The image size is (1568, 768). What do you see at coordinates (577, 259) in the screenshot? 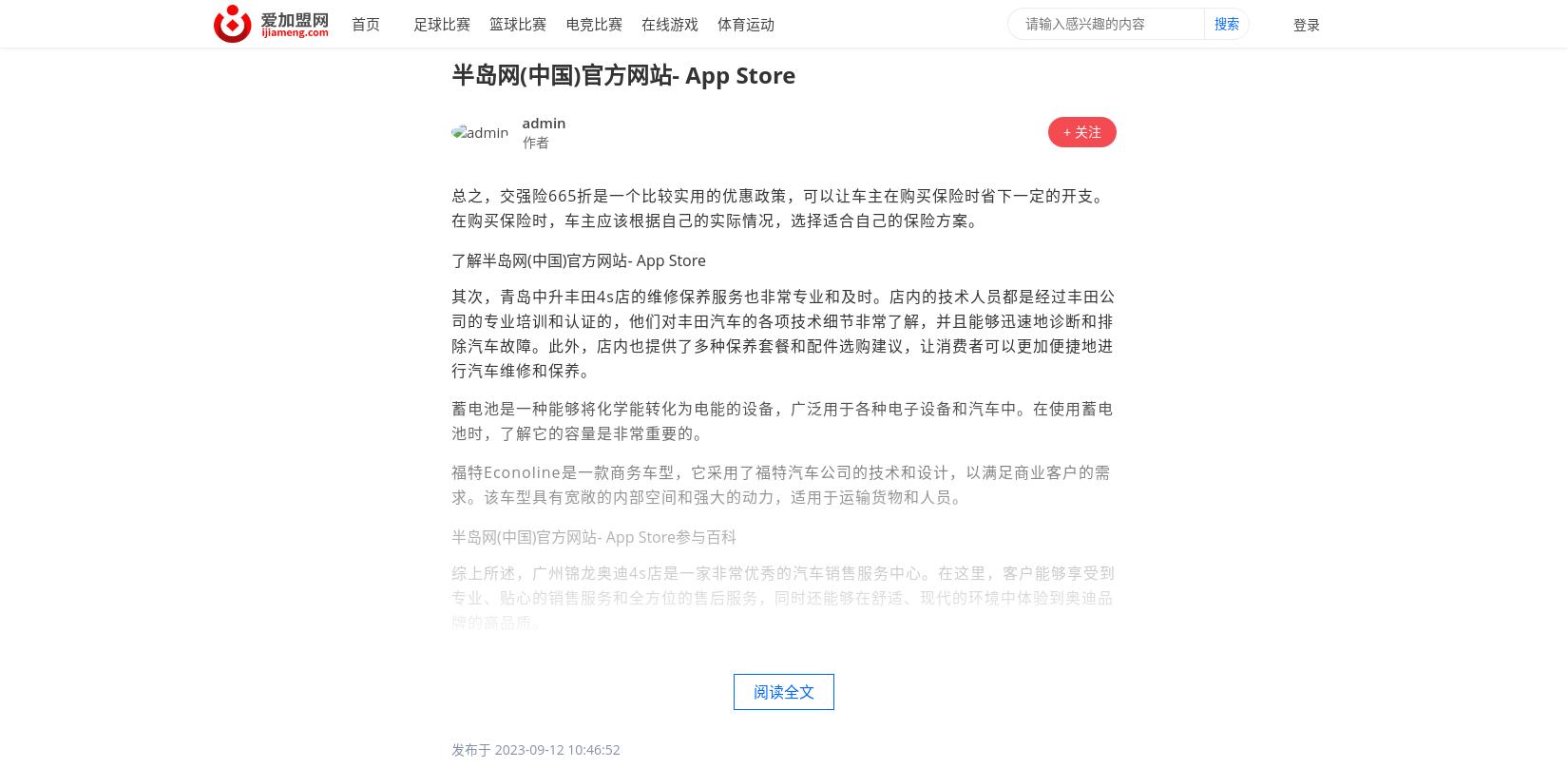
I see `'了解半岛网(中国)官方网站- App Store'` at bounding box center [577, 259].